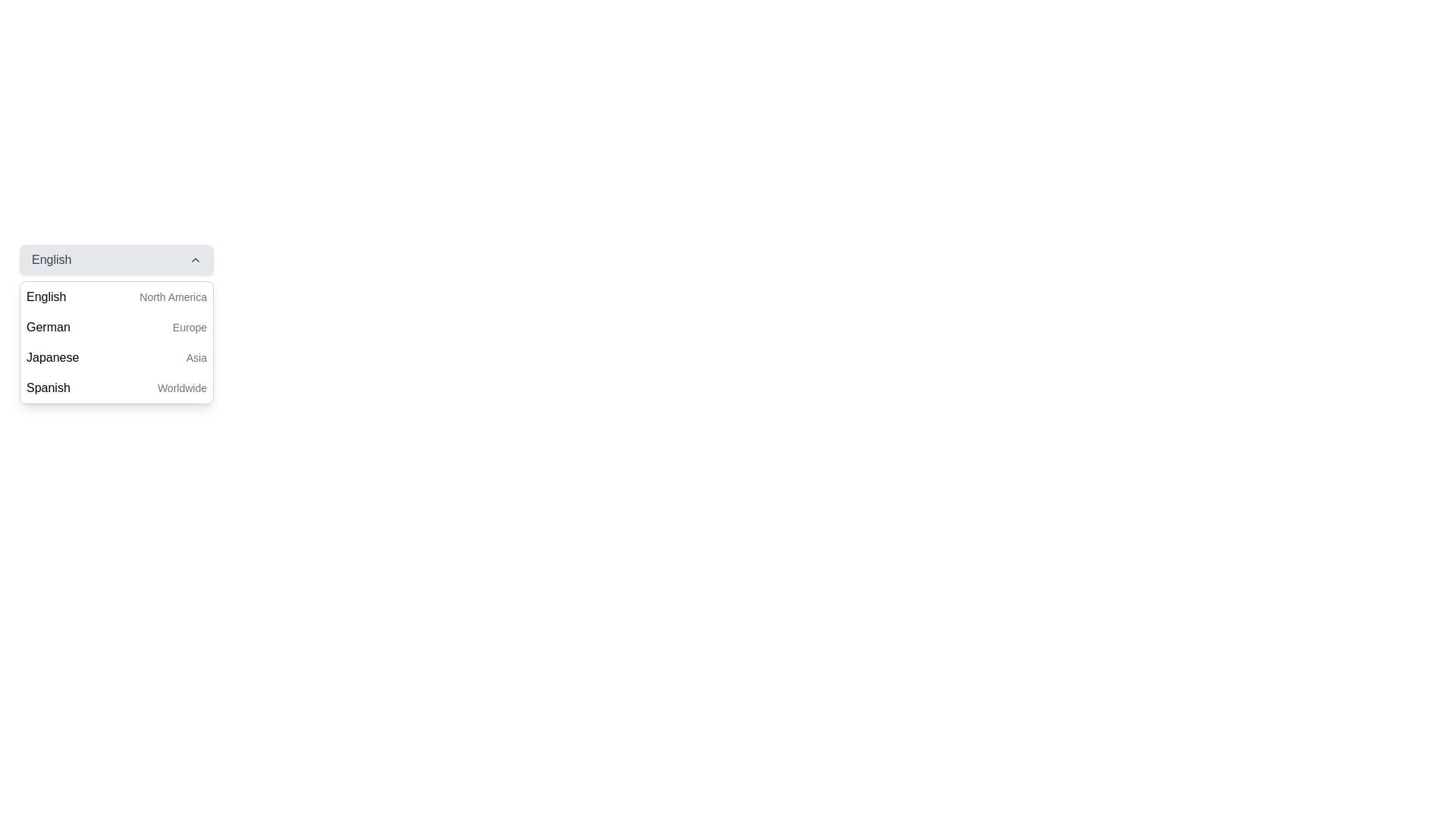 This screenshot has height=819, width=1456. I want to click on the 'Japanese' option in the dropdown menu which is the third option listed below 'English' and 'German', so click(115, 357).